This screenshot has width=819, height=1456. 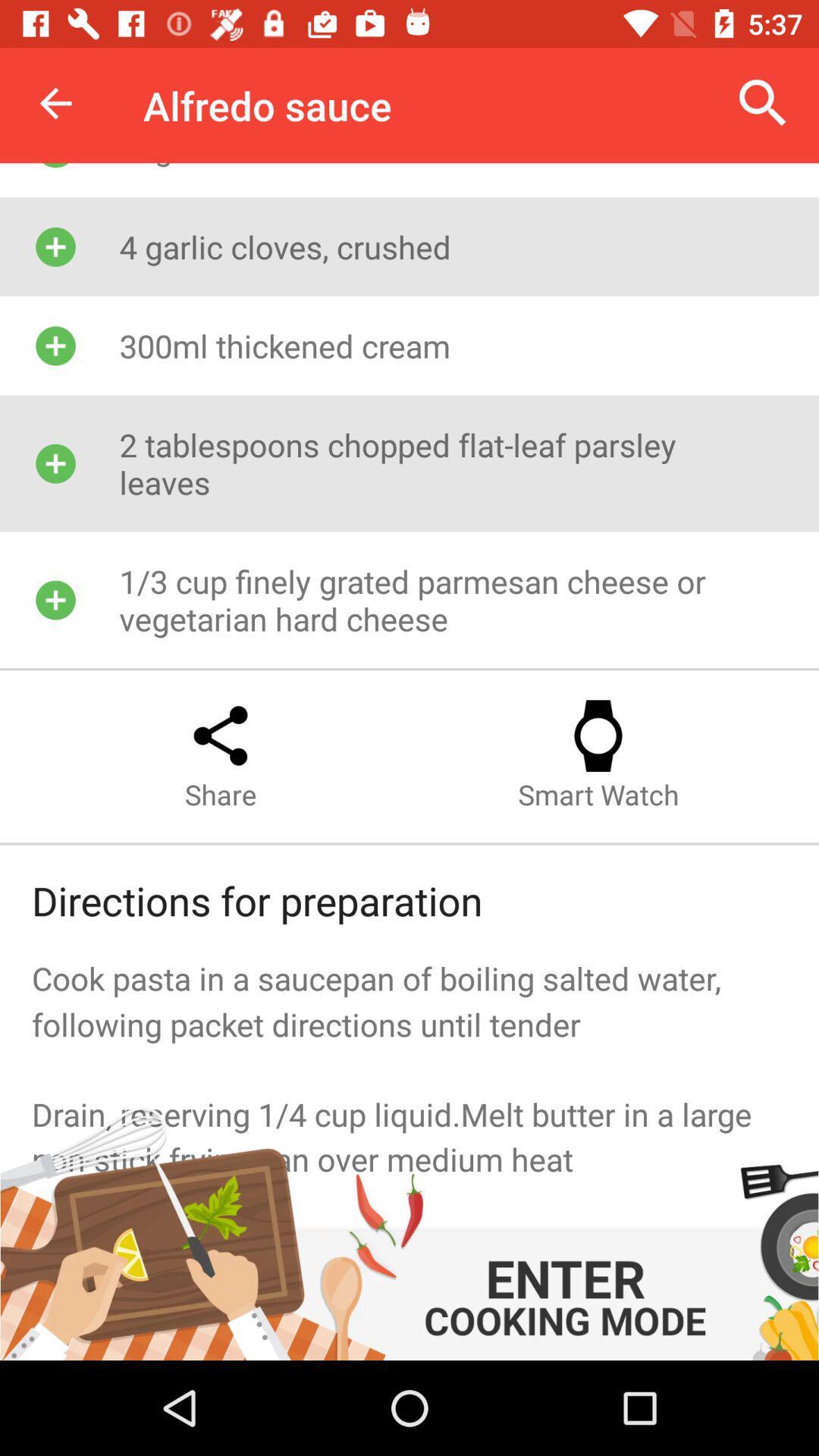 What do you see at coordinates (55, 102) in the screenshot?
I see `the item to the left of alfredo sauce icon` at bounding box center [55, 102].